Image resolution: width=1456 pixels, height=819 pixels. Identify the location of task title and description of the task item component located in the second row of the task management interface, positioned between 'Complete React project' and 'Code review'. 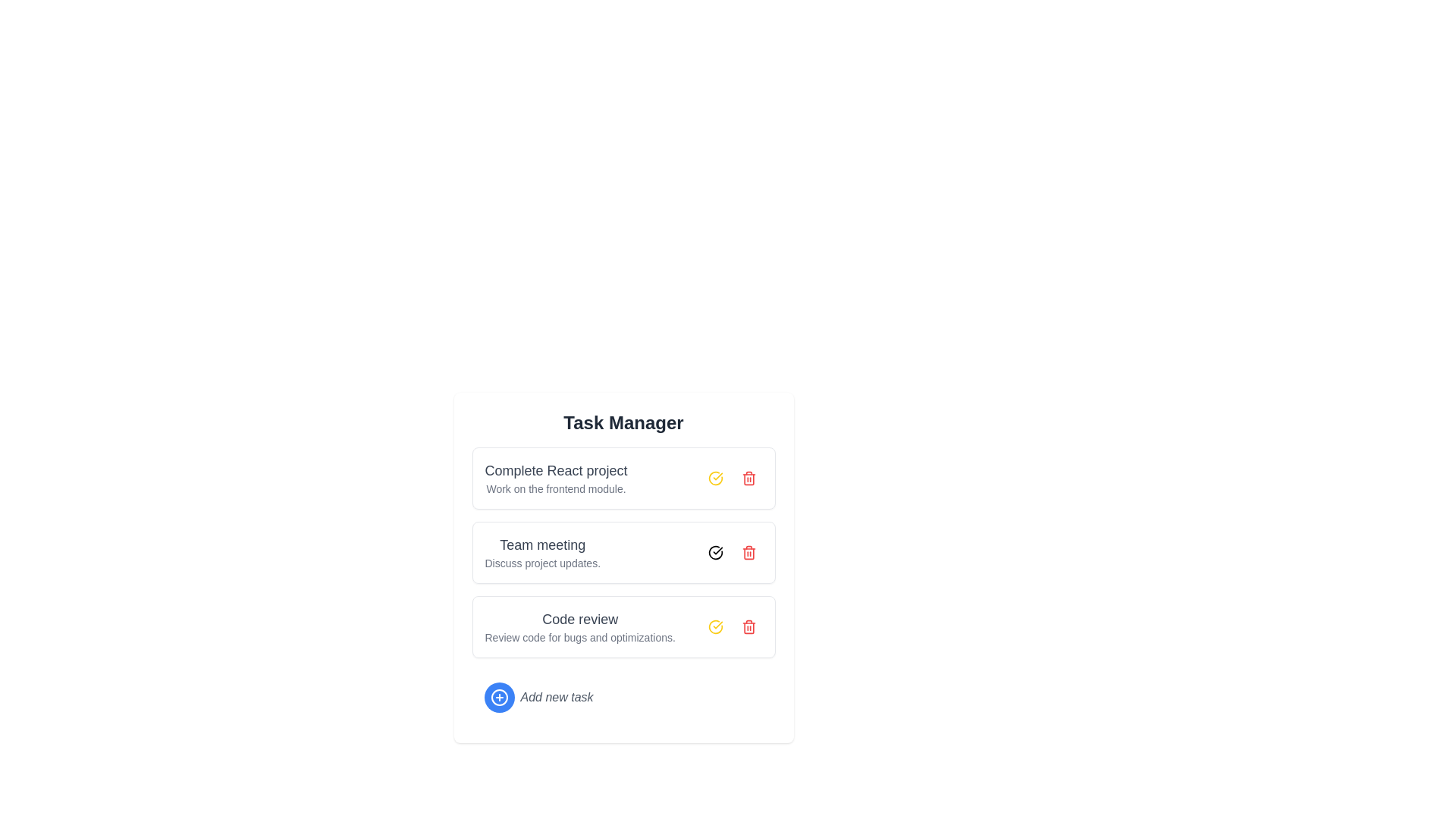
(623, 553).